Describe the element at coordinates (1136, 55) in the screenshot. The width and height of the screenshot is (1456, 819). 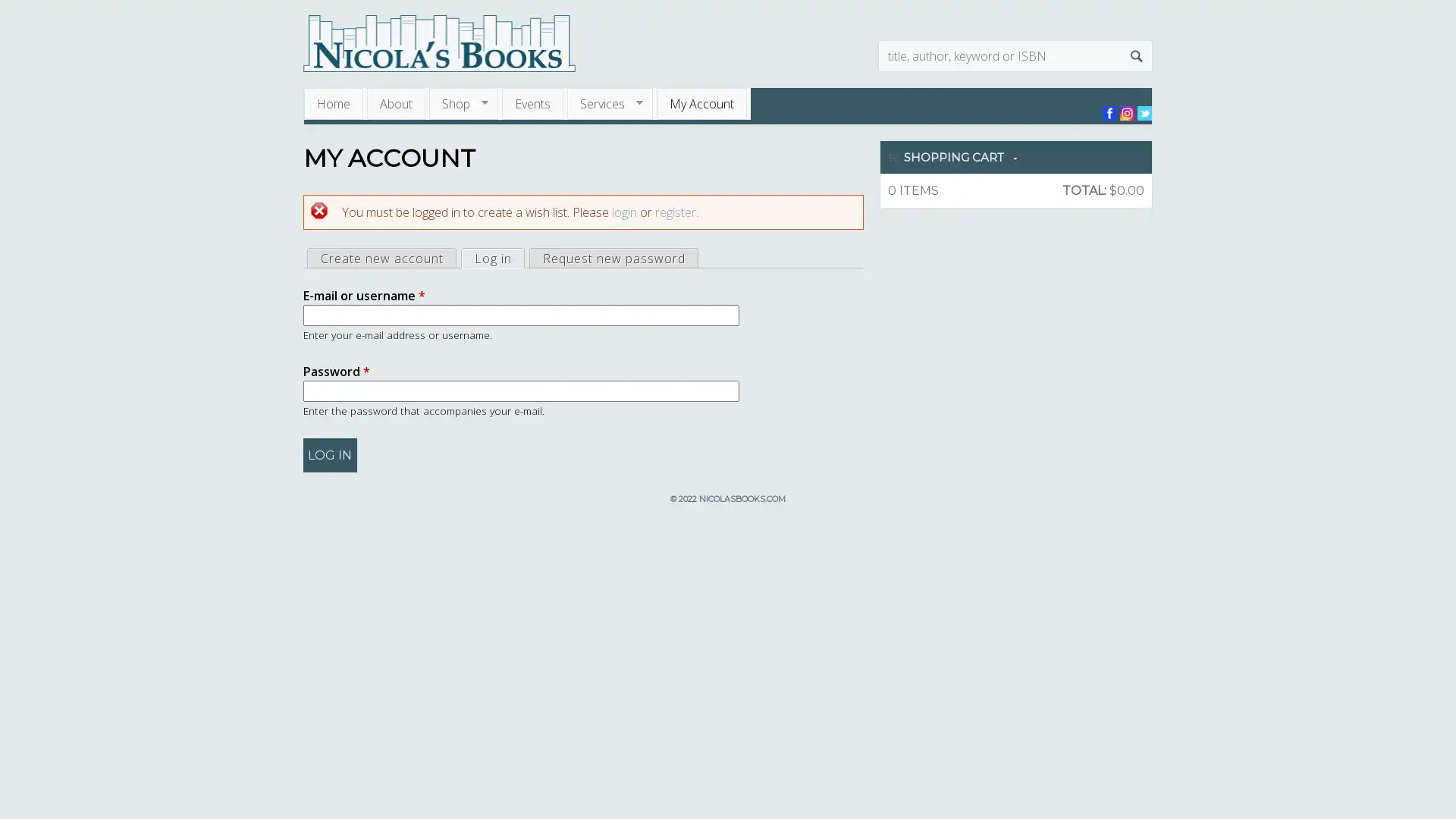
I see `Search` at that location.